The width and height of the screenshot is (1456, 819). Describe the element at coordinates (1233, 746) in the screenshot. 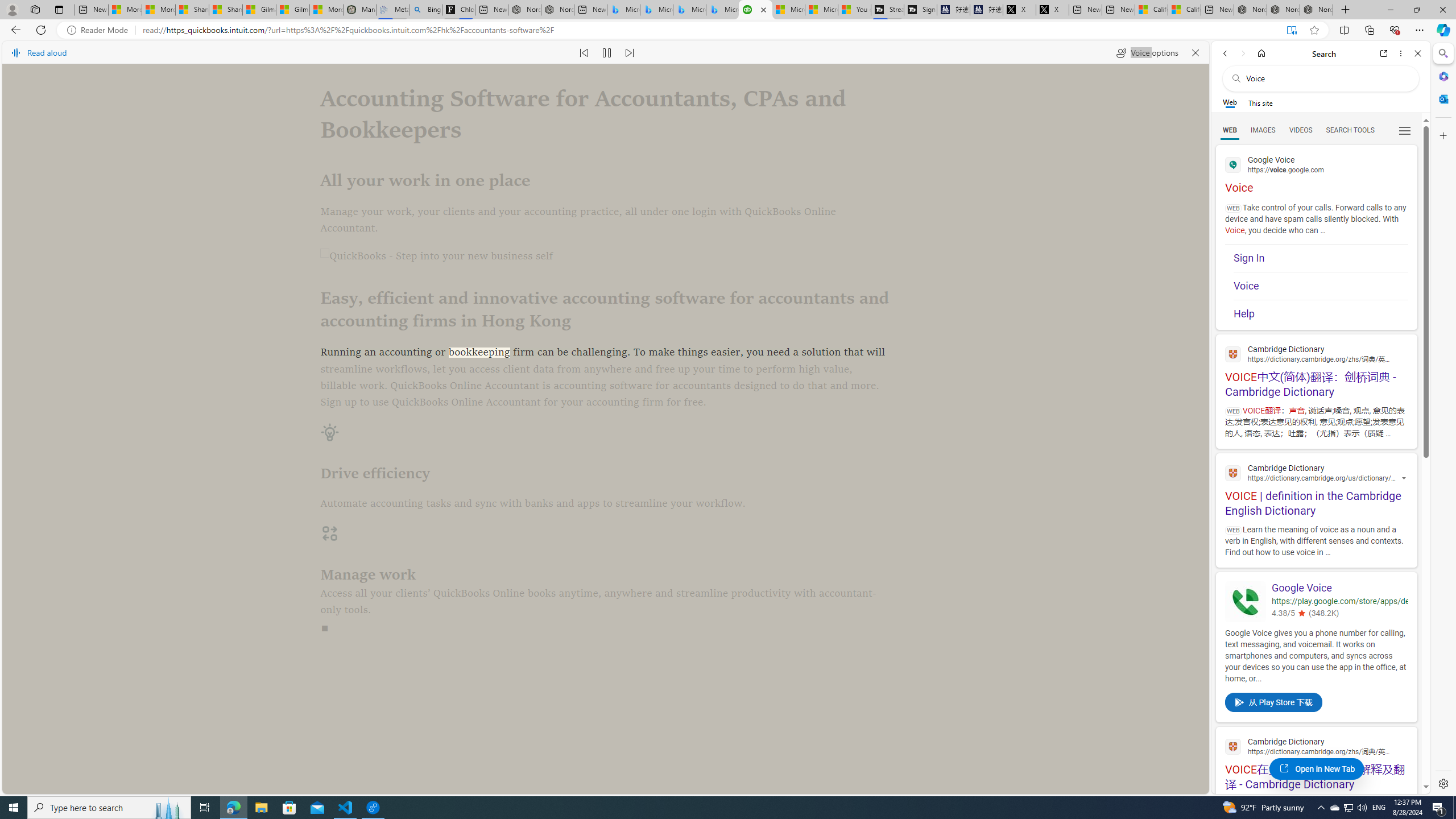

I see `'Global web icon'` at that location.